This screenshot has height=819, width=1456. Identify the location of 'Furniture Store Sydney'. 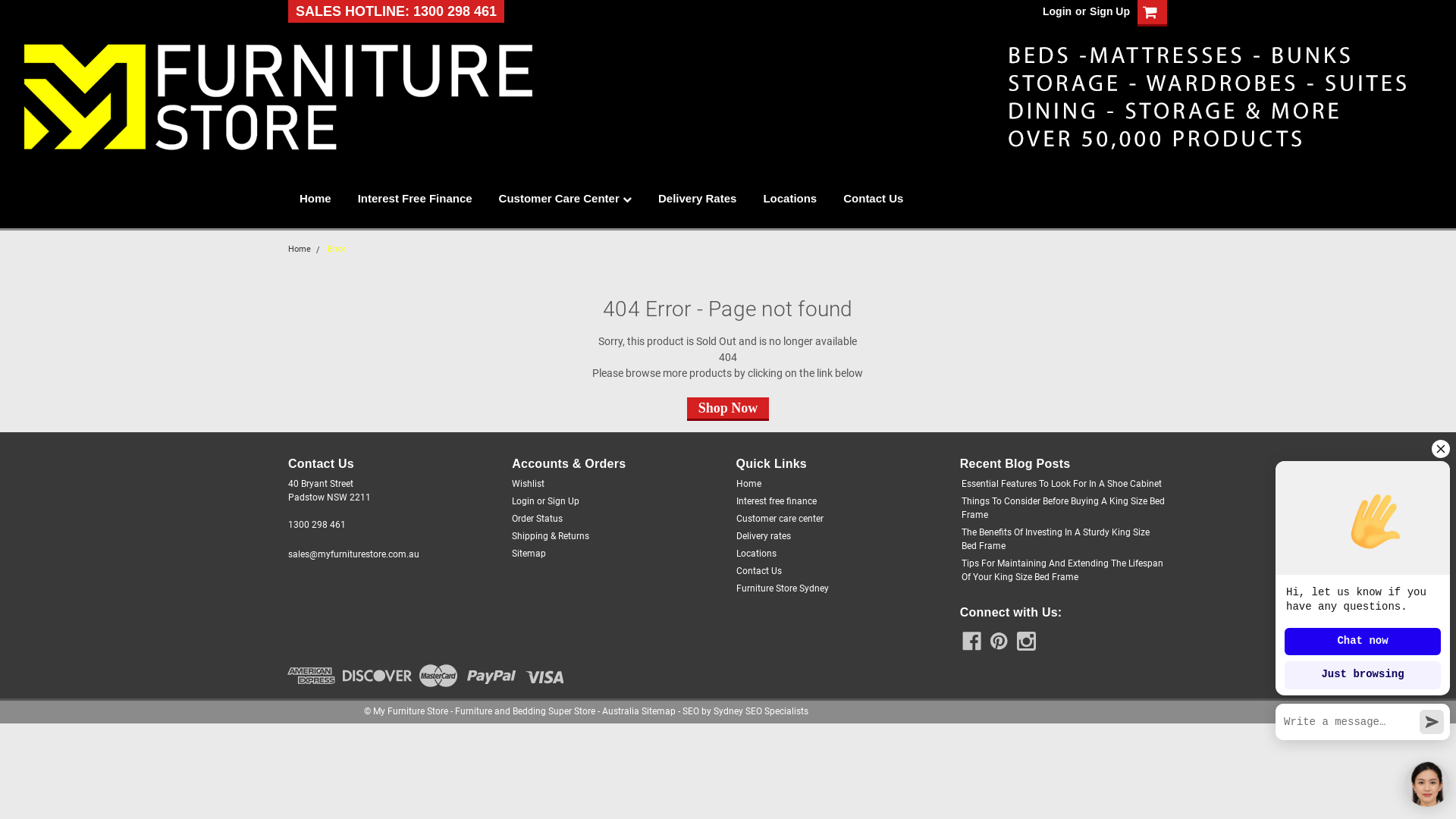
(782, 587).